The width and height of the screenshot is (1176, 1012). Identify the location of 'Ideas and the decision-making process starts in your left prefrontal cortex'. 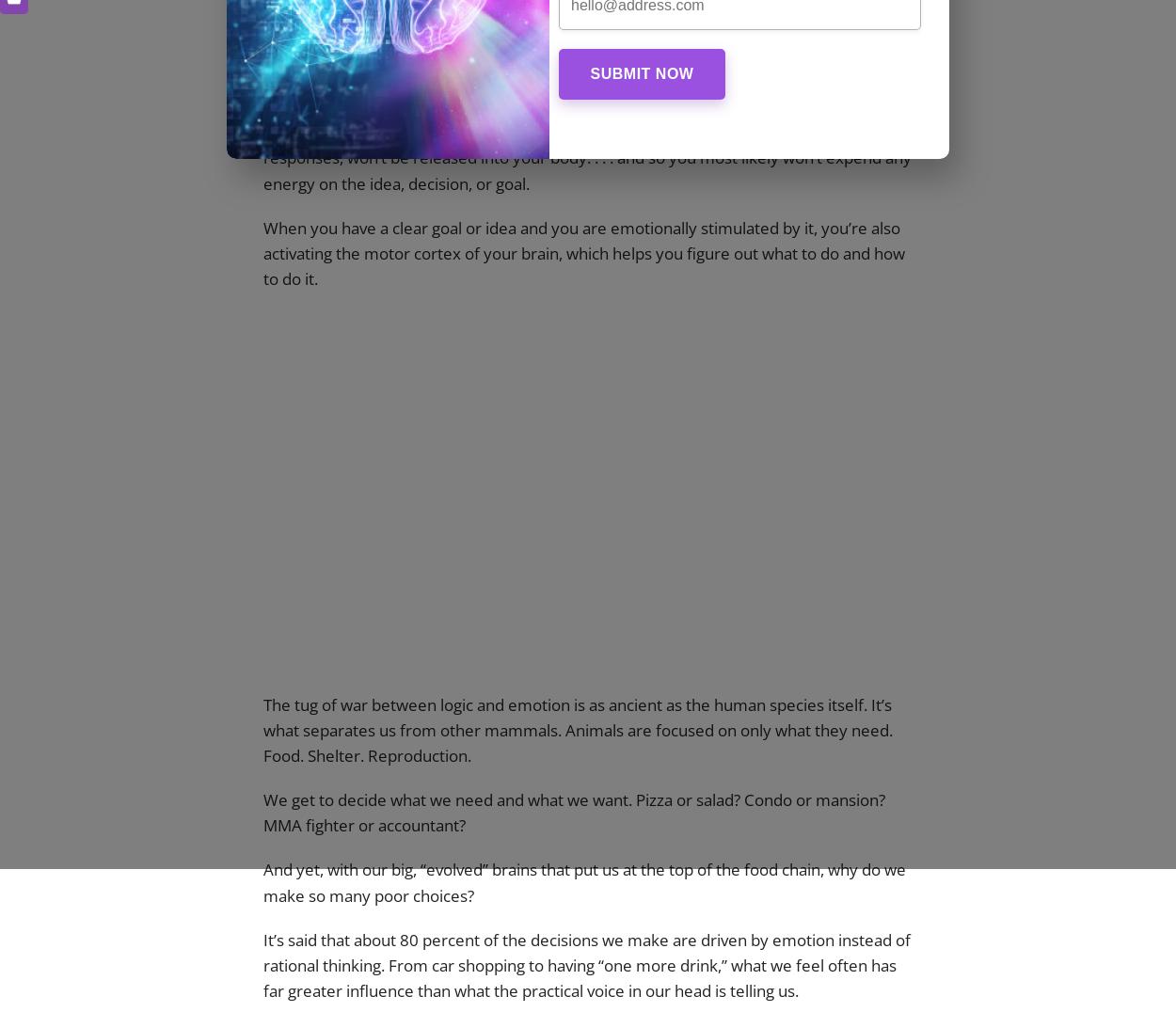
(556, 35).